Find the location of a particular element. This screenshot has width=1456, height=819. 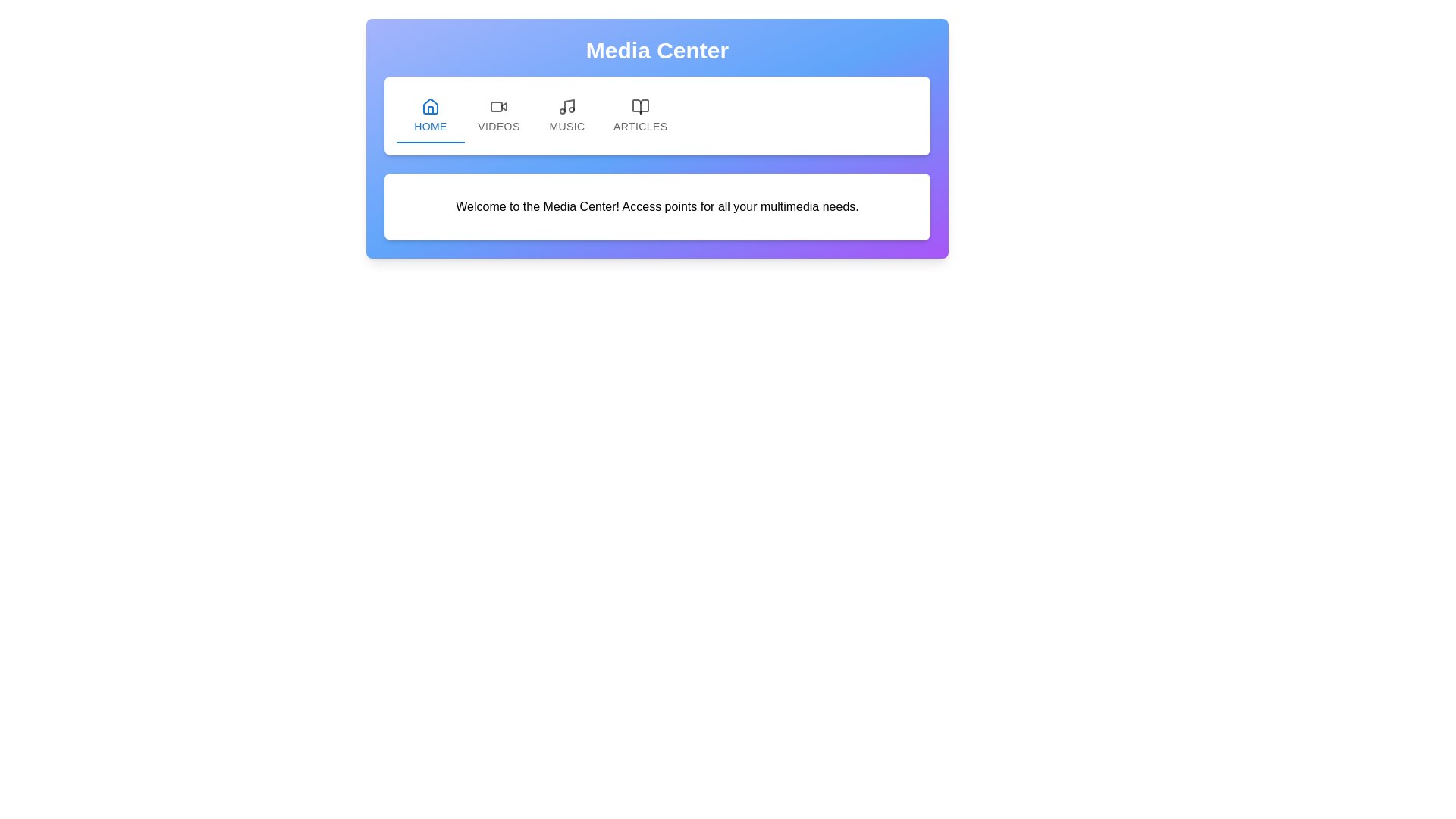

the 'ARTICLES' navigation tab icon located in the fourth position from the left in the navigation bar is located at coordinates (640, 106).